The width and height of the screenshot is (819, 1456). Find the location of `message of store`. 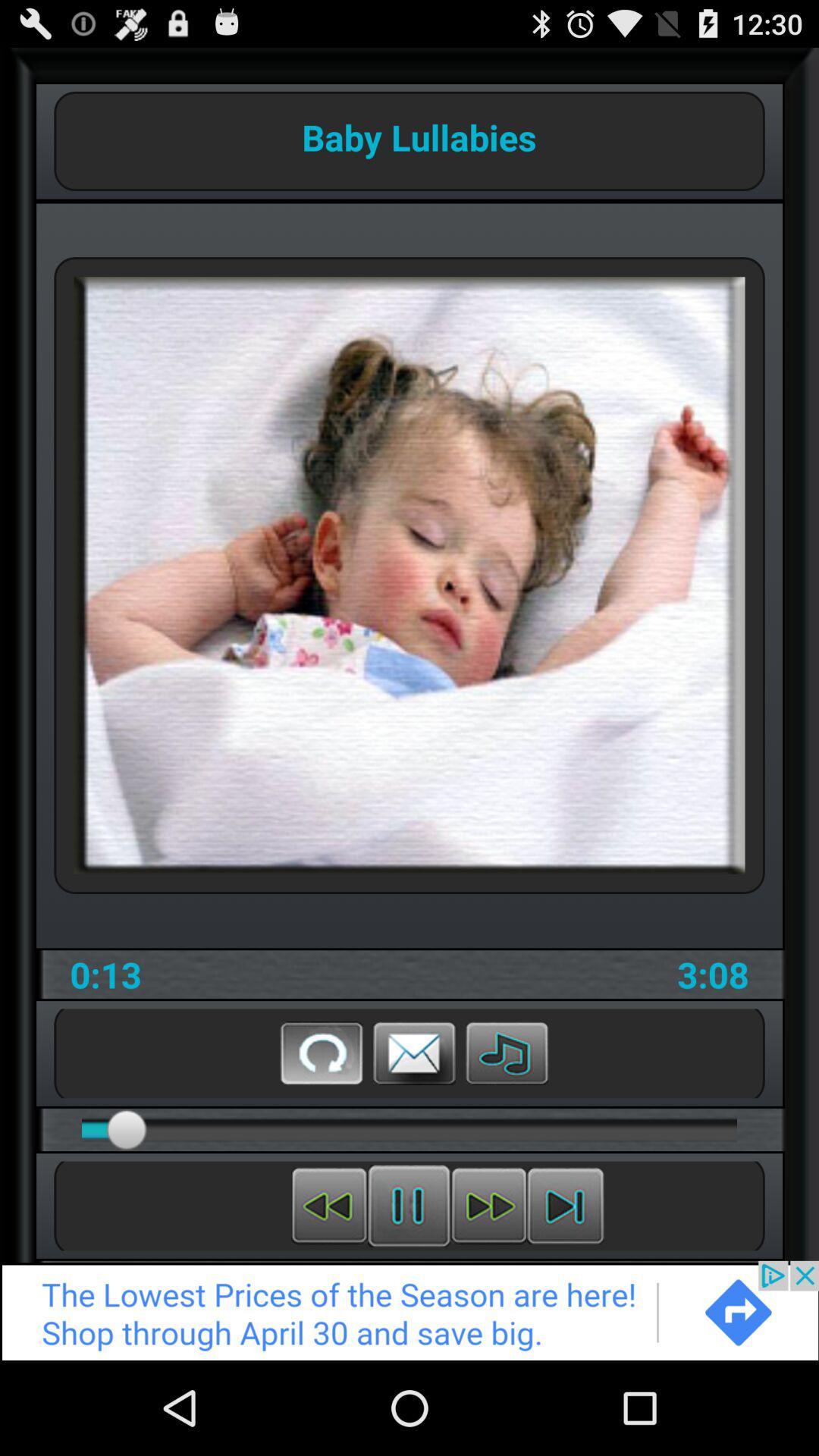

message of store is located at coordinates (414, 1052).